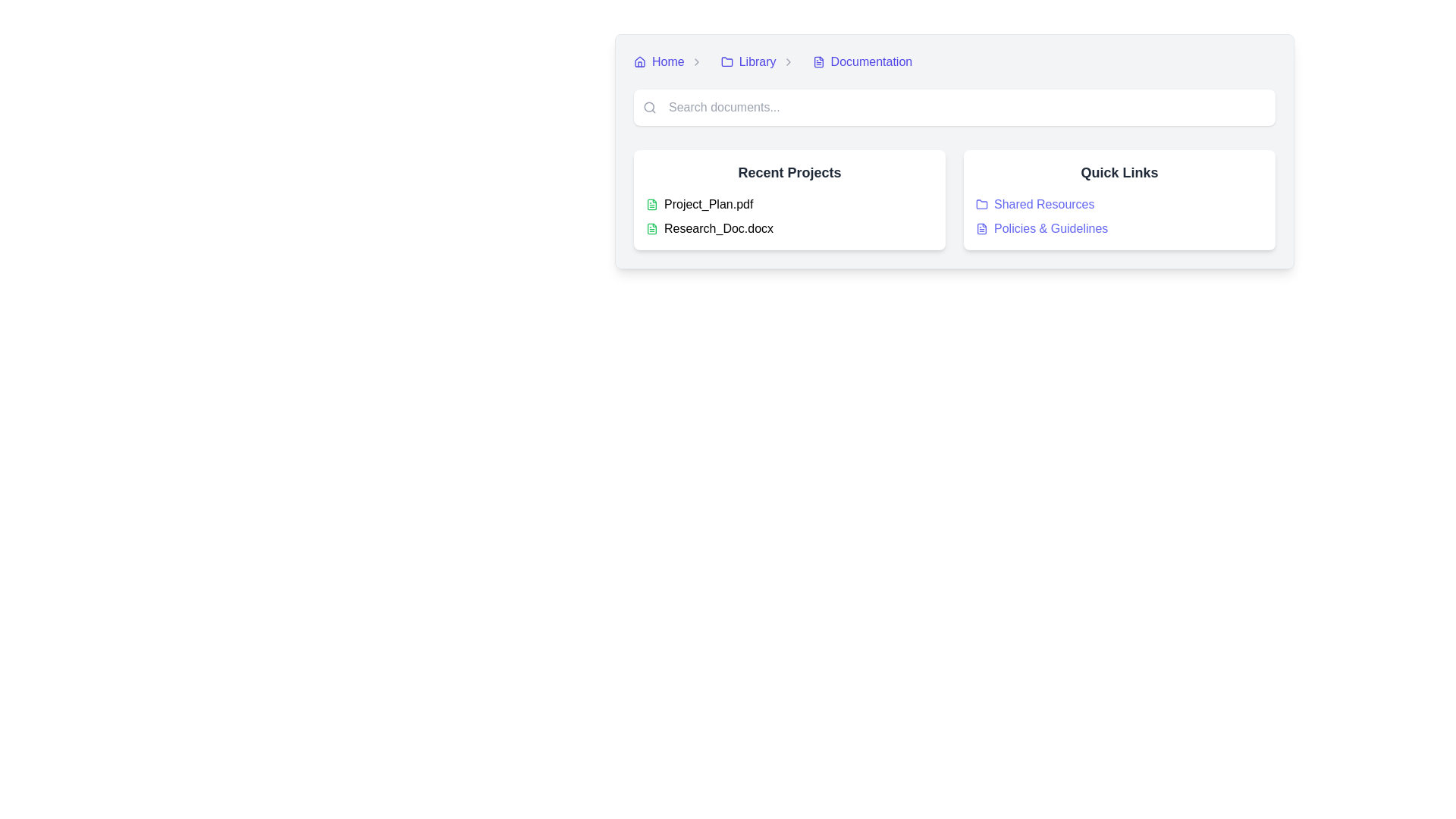 The width and height of the screenshot is (1456, 819). I want to click on the search icon located at the left end of the search bar, so click(650, 107).